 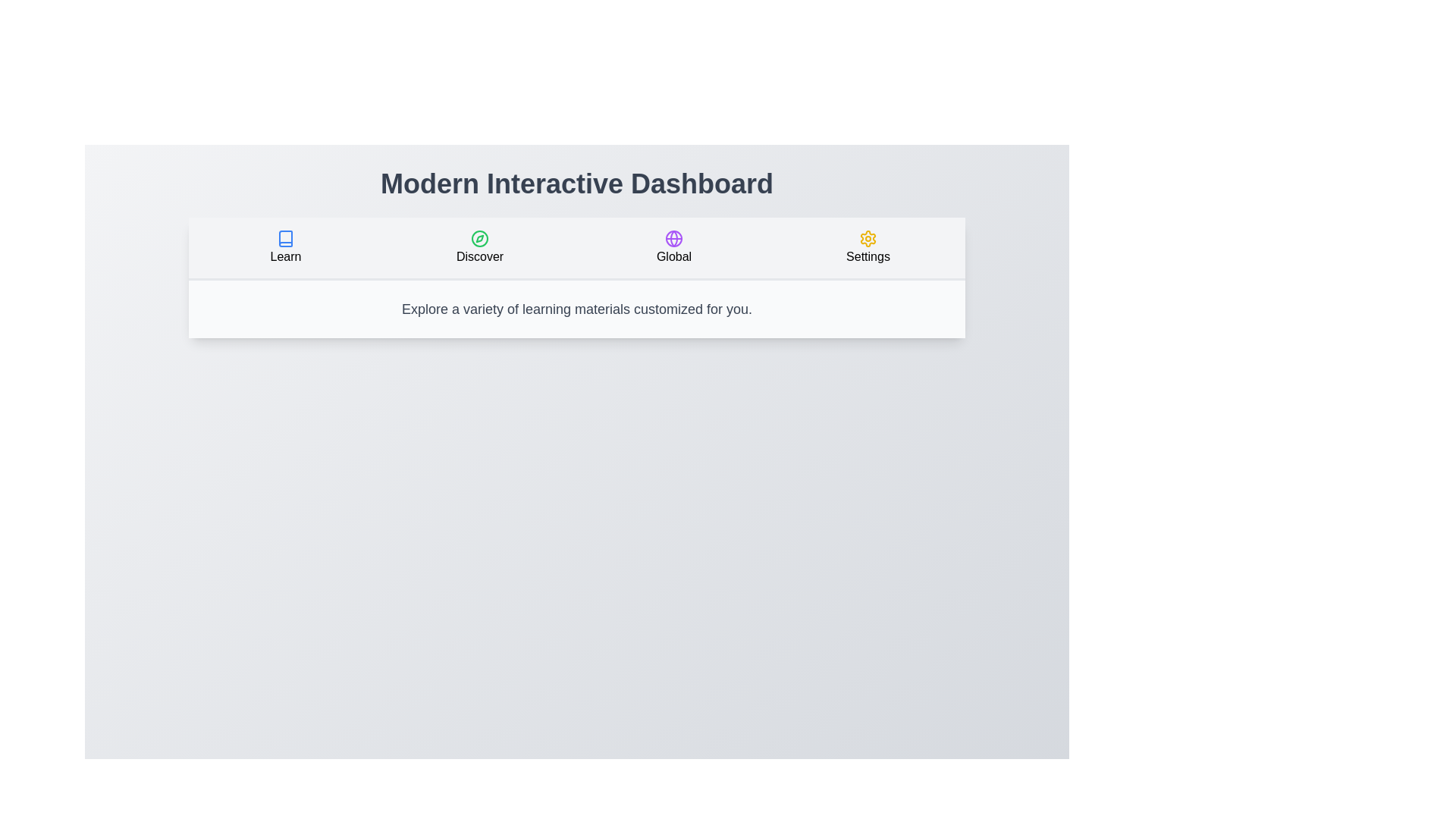 What do you see at coordinates (479, 239) in the screenshot?
I see `the SVG Circle Element representing the 'Discover' option in the navigation menu, which is the second item in a row of four items` at bounding box center [479, 239].